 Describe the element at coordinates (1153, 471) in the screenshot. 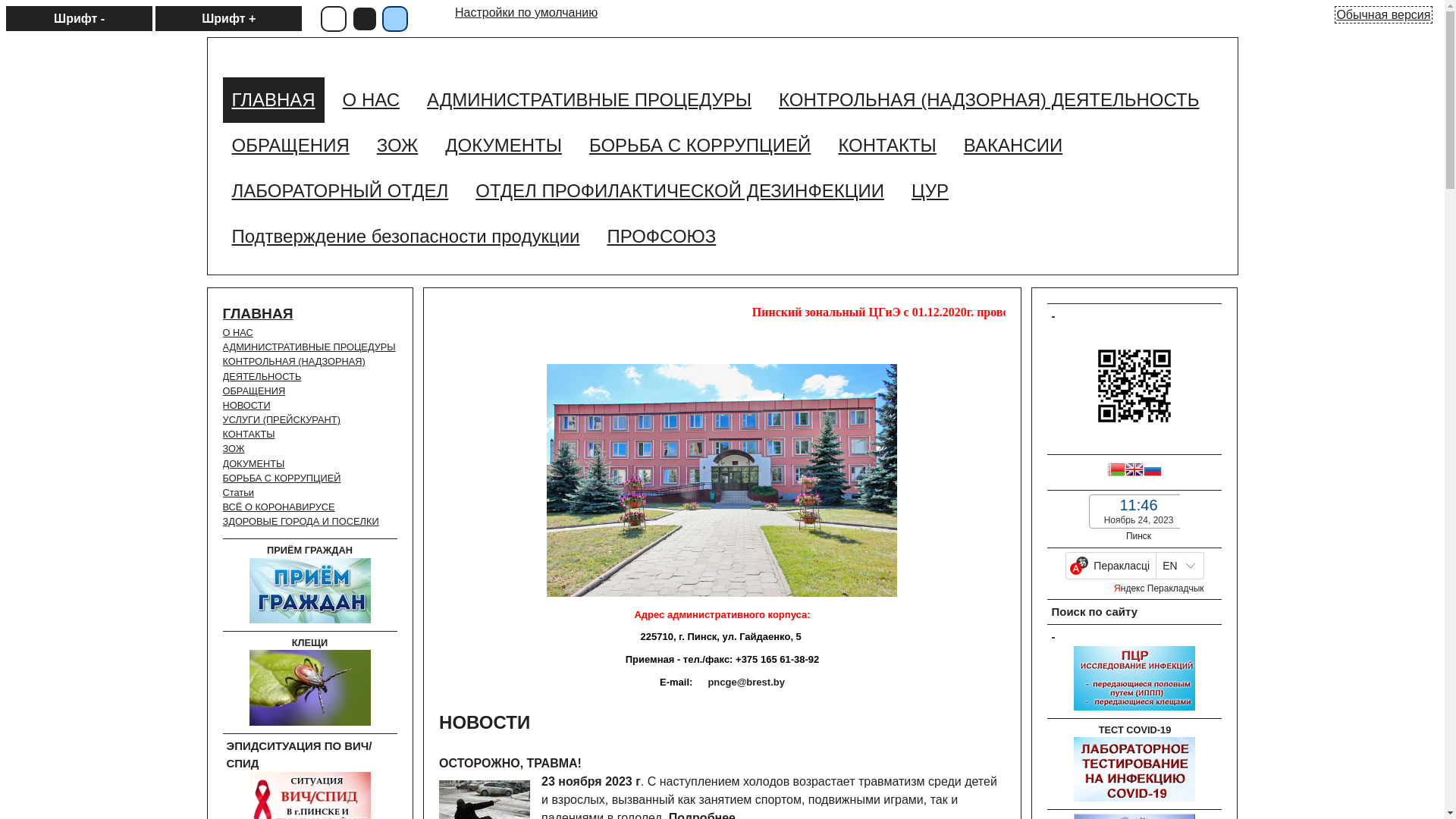

I see `'Russian'` at that location.